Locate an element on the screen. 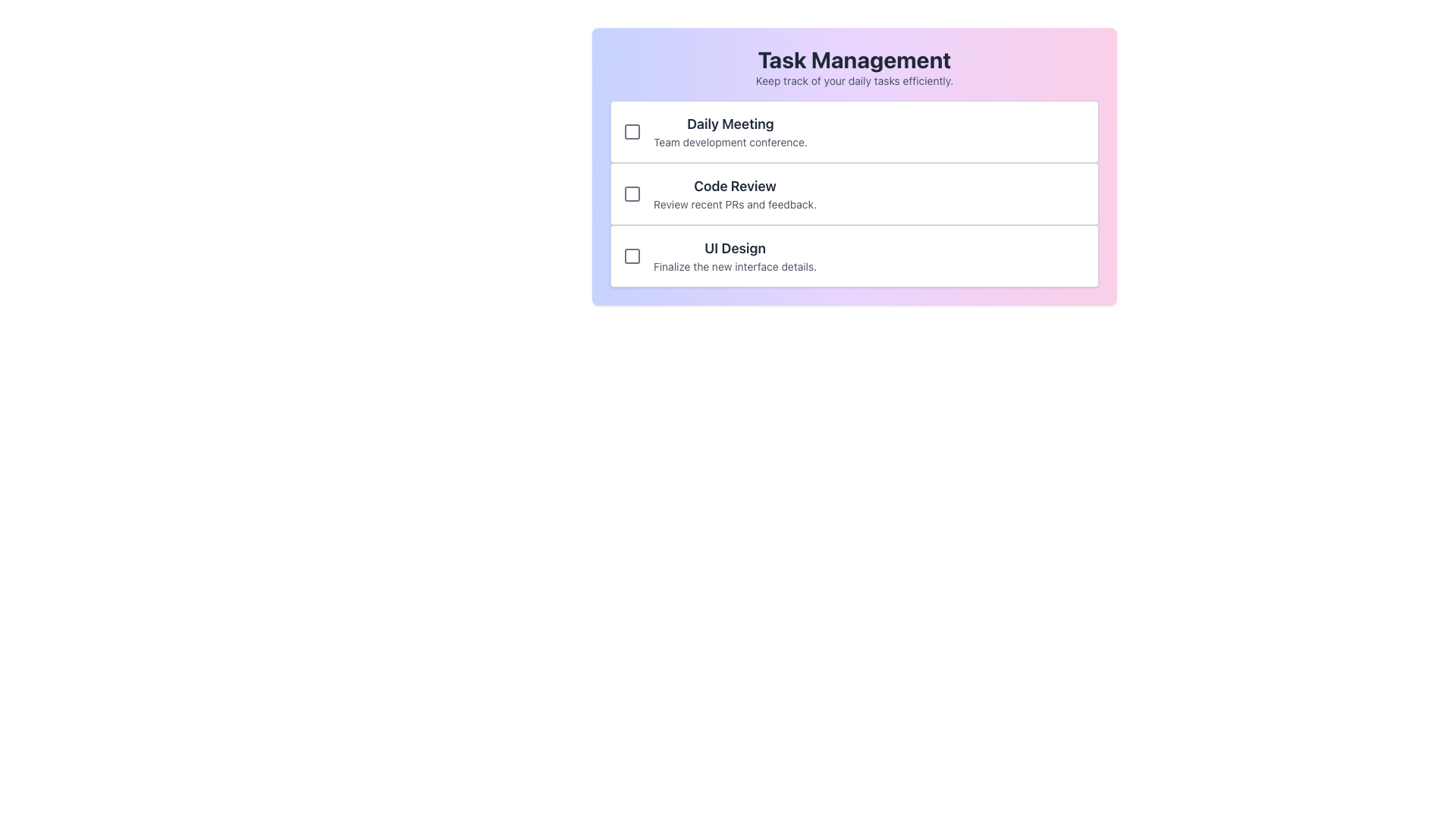 This screenshot has width=1456, height=819. the text block with header 'UI Design' and subtitle 'Finalize the new interface details', which is the third item in the 'Task Management' section, featuring a checkbox to its left is located at coordinates (735, 256).